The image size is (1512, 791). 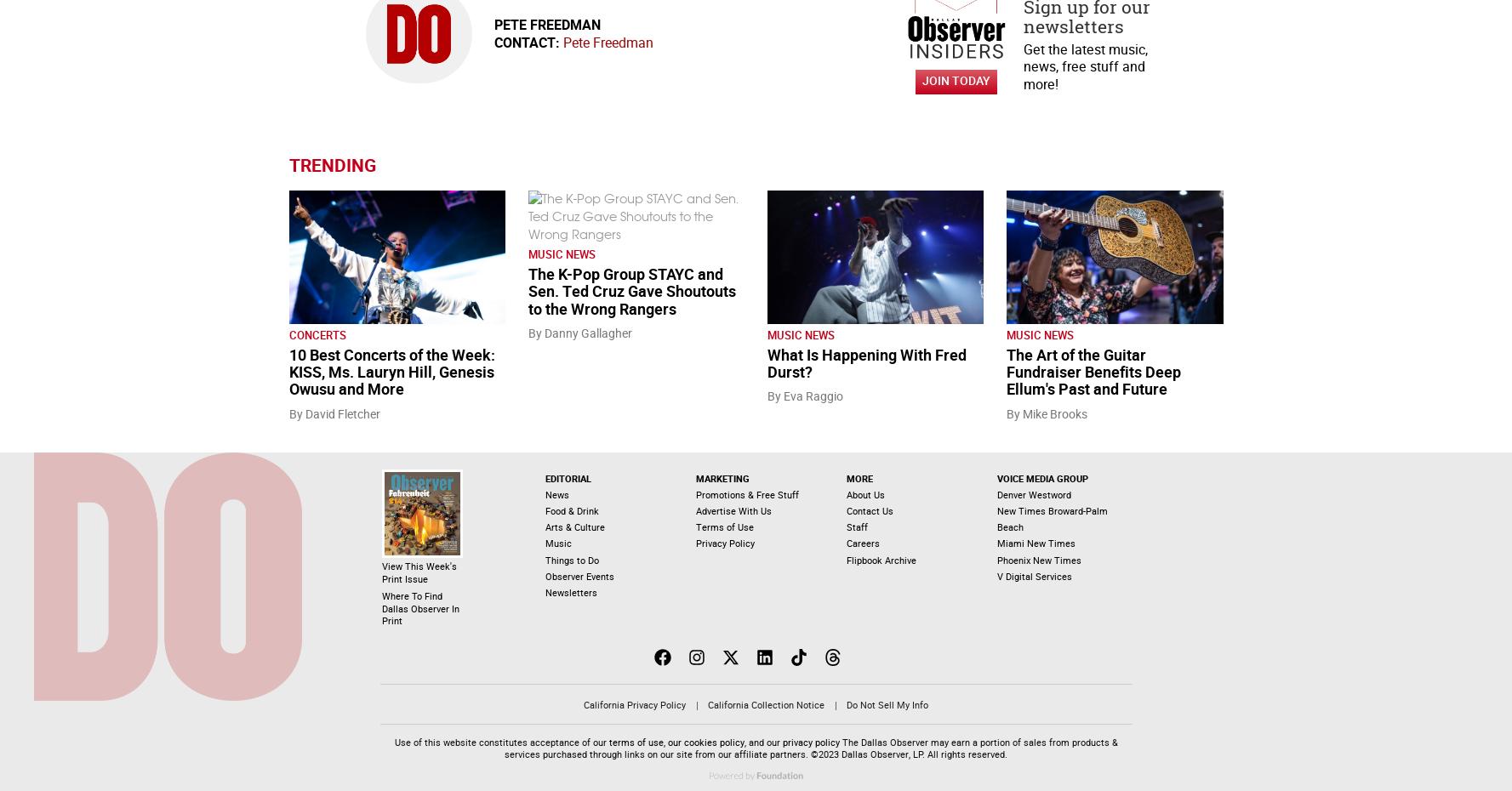 I want to click on 'Miami New Times', so click(x=1036, y=543).